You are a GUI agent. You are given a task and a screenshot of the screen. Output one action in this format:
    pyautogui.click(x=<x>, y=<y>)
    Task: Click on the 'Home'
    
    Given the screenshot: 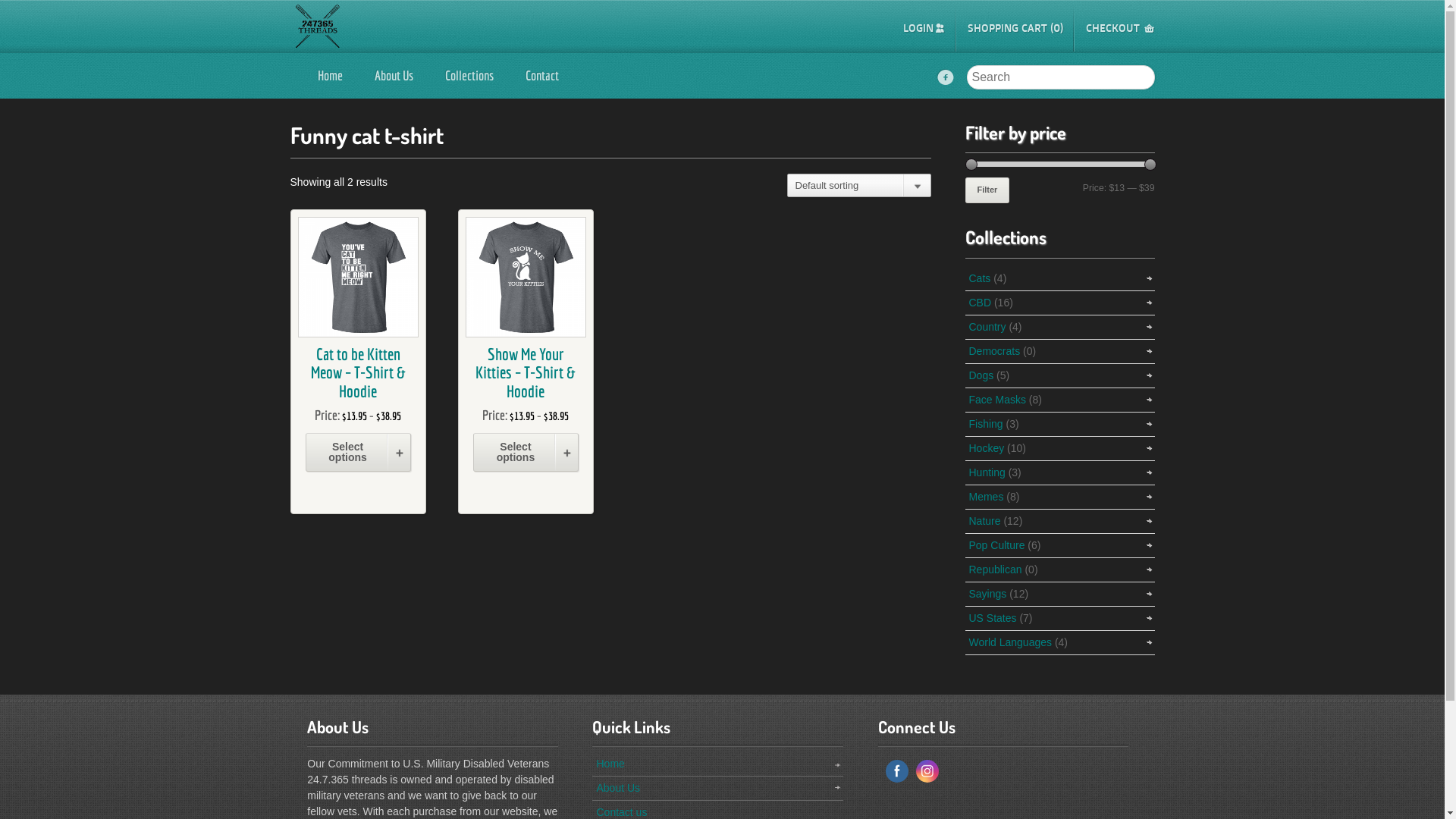 What is the action you would take?
    pyautogui.click(x=610, y=763)
    